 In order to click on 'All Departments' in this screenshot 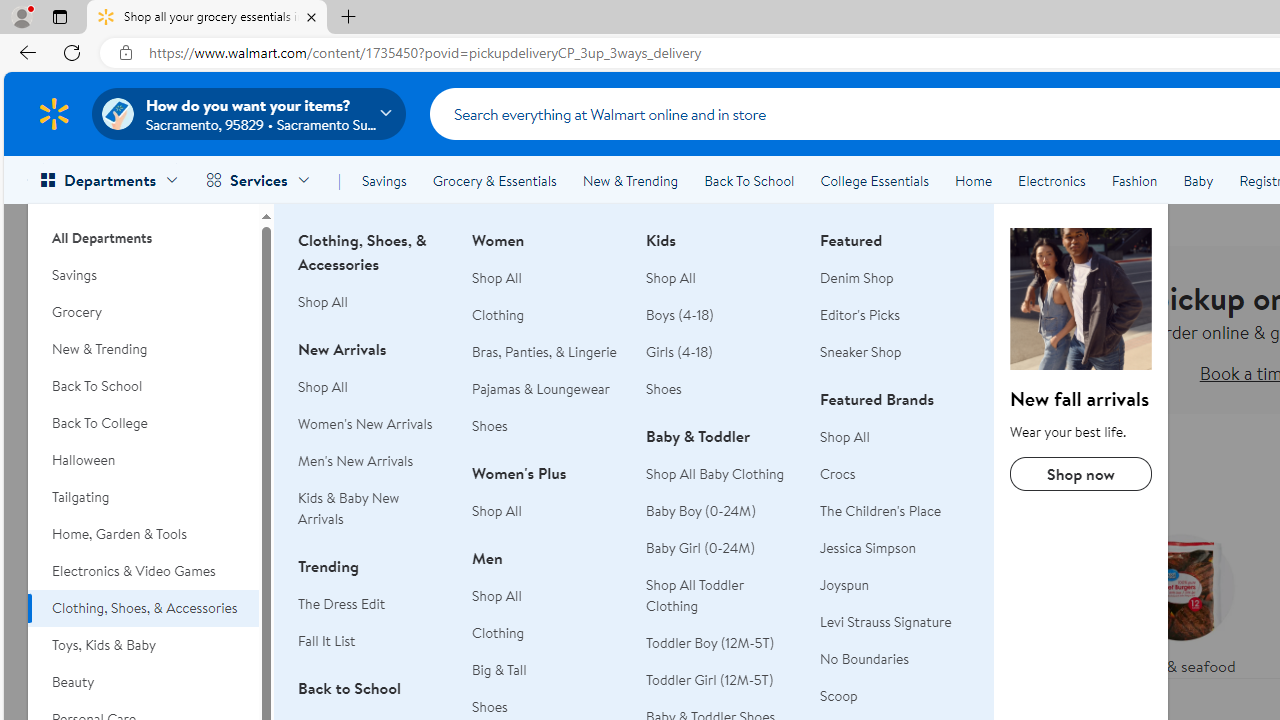, I will do `click(142, 229)`.